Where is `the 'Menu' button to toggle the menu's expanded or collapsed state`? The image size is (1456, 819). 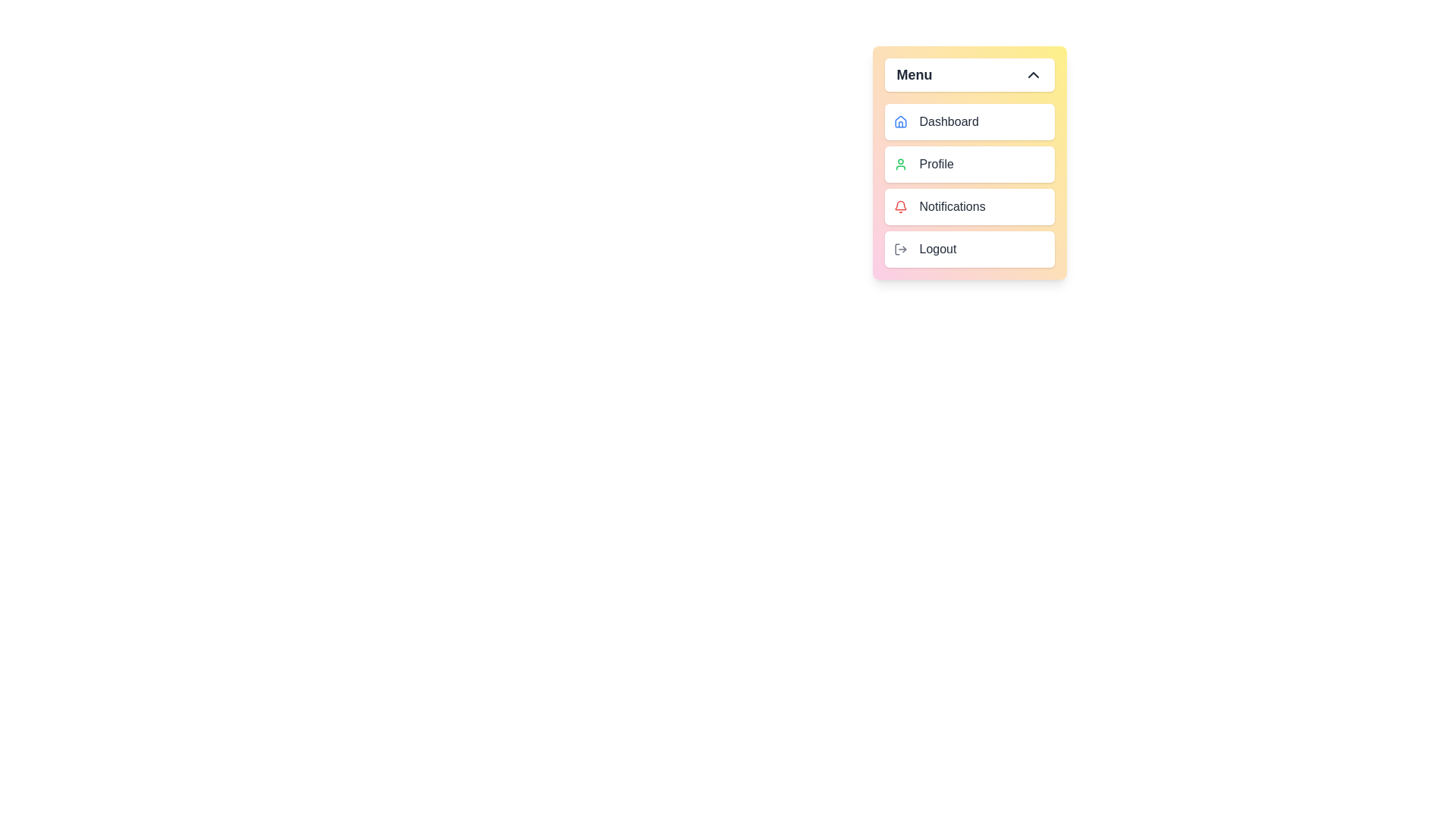 the 'Menu' button to toggle the menu's expanded or collapsed state is located at coordinates (968, 75).